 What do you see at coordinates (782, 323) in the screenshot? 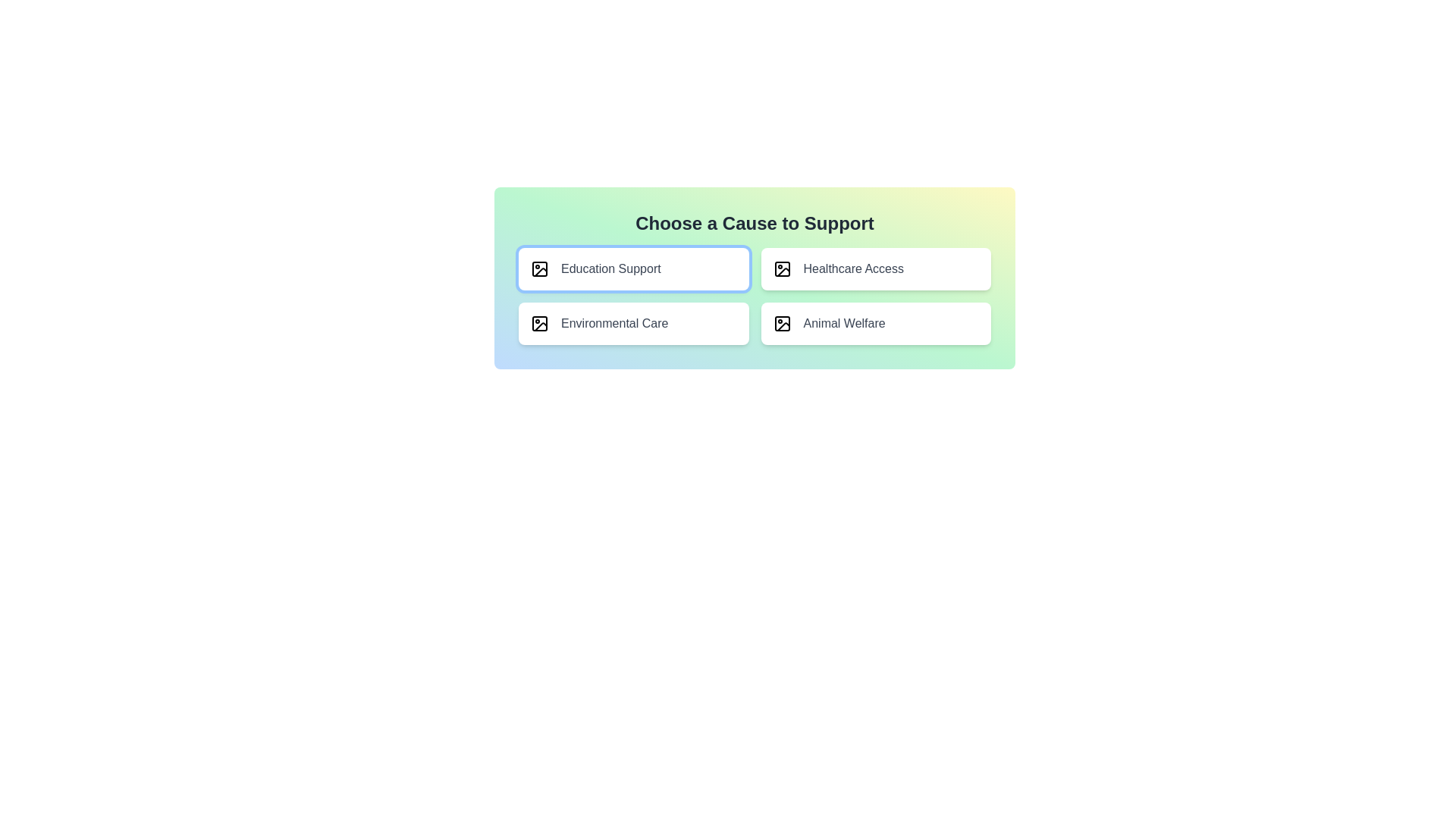
I see `the icon representing an image placeholder next to the label 'Animal Welfare'` at bounding box center [782, 323].